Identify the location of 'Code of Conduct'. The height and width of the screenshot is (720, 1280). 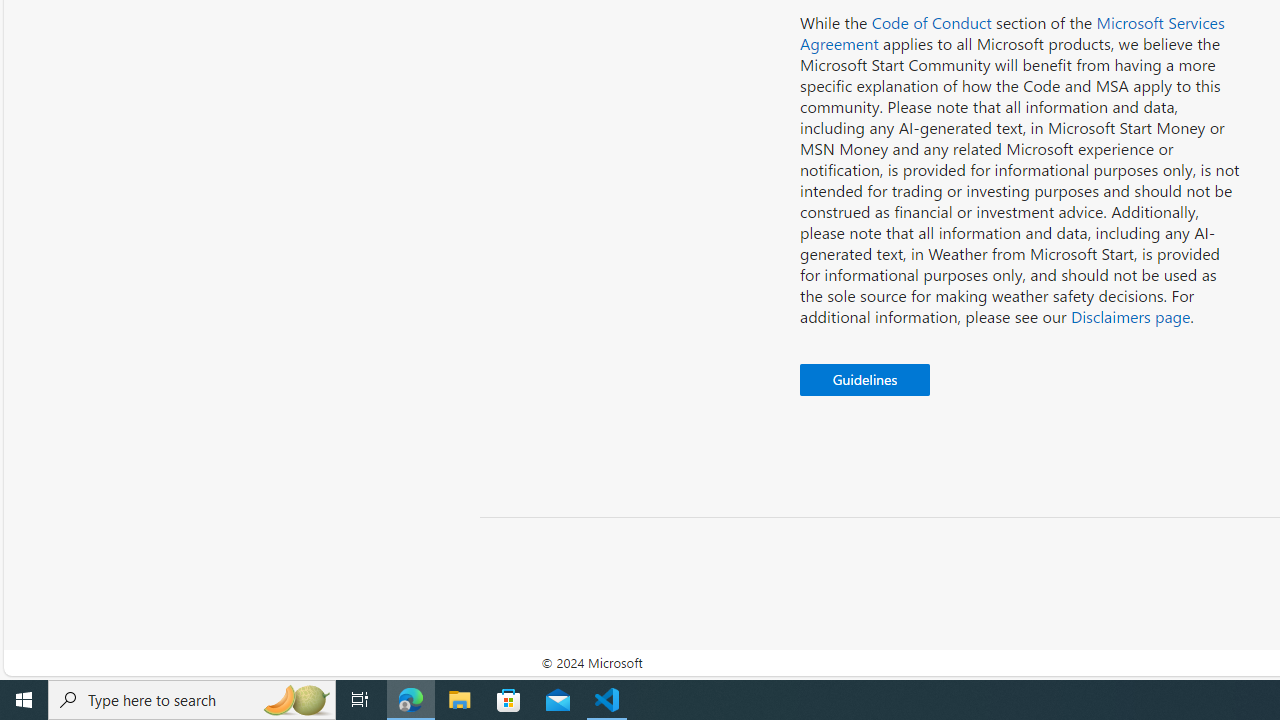
(930, 22).